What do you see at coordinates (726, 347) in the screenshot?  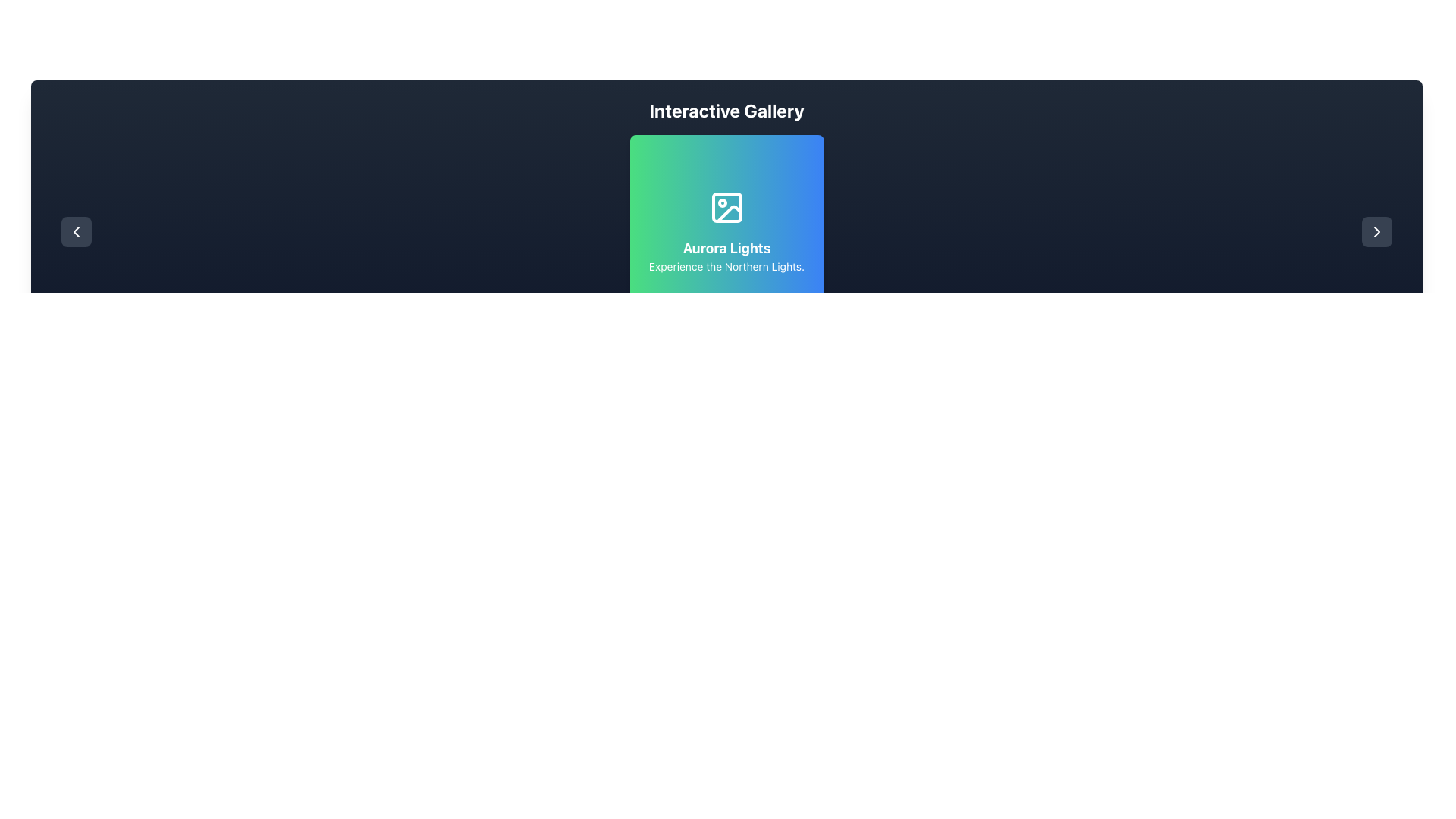 I see `the gray circular navigation dot at the bottom section of the central interface area` at bounding box center [726, 347].